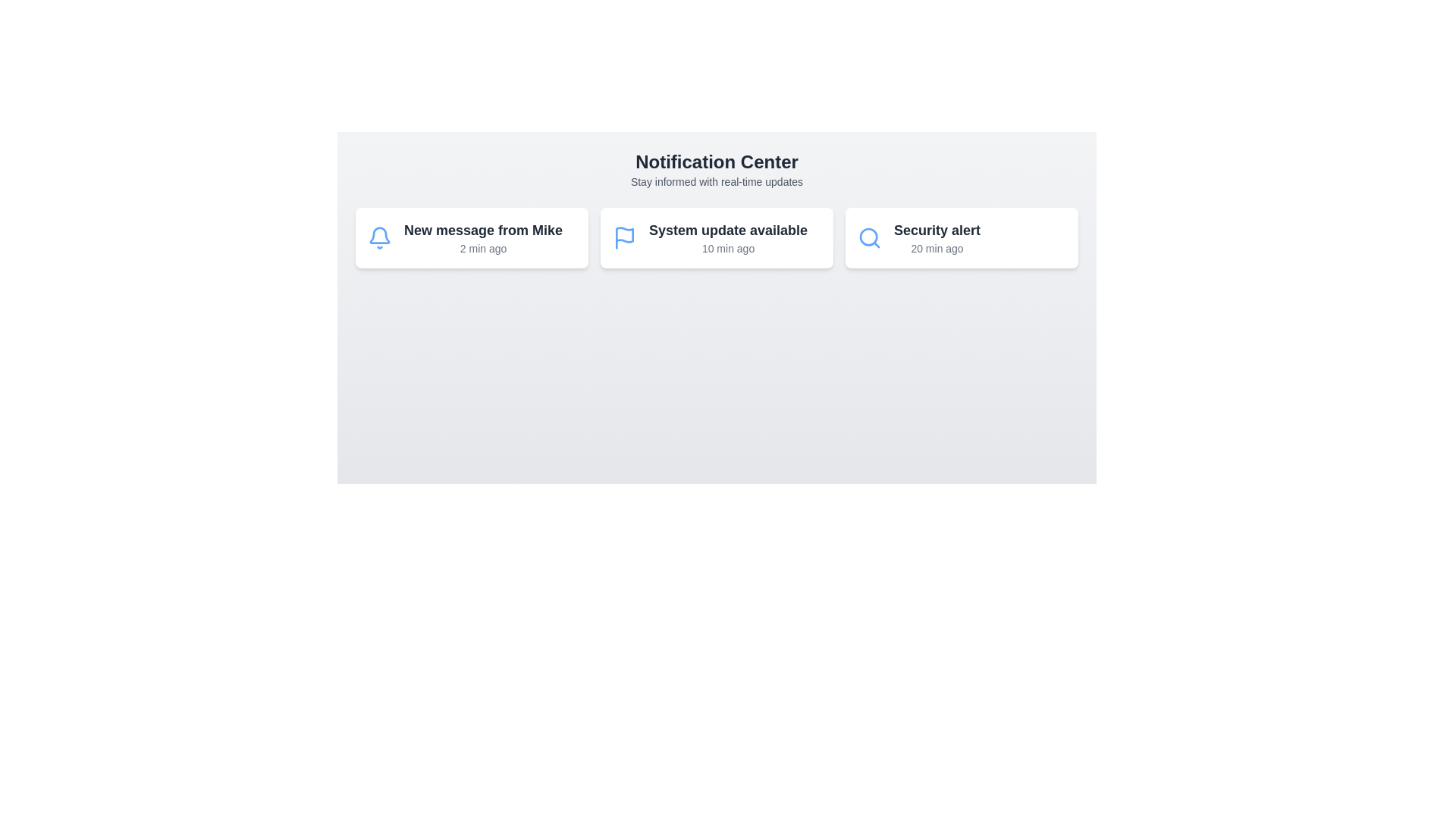  What do you see at coordinates (716, 180) in the screenshot?
I see `the text element that reads 'Stay informed with real-time updates', which is styled with a small gray font and positioned below the 'Notification Center' heading` at bounding box center [716, 180].